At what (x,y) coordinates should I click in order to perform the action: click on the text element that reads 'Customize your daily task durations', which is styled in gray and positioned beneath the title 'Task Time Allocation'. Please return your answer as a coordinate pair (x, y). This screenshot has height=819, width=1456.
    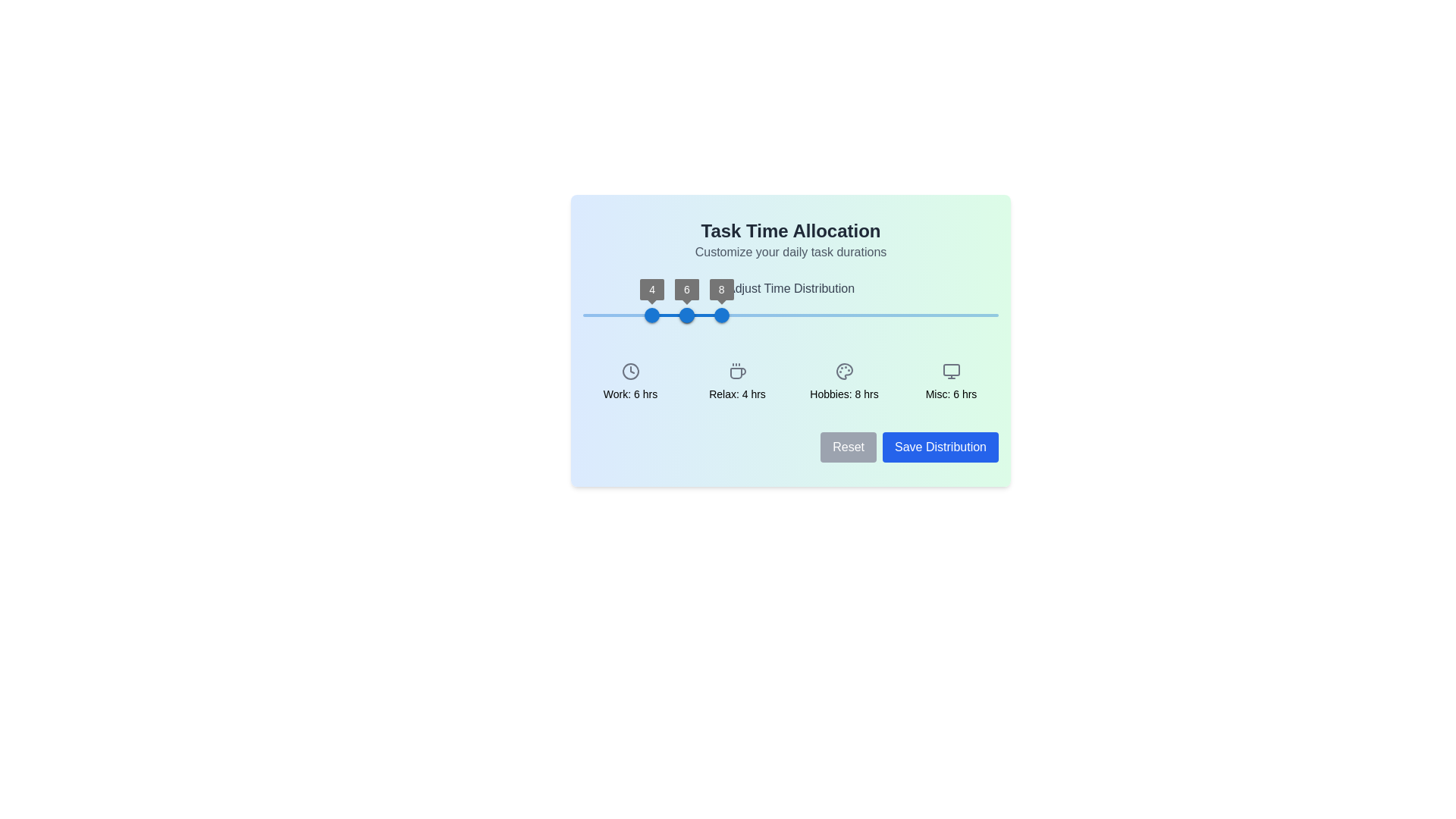
    Looking at the image, I should click on (789, 251).